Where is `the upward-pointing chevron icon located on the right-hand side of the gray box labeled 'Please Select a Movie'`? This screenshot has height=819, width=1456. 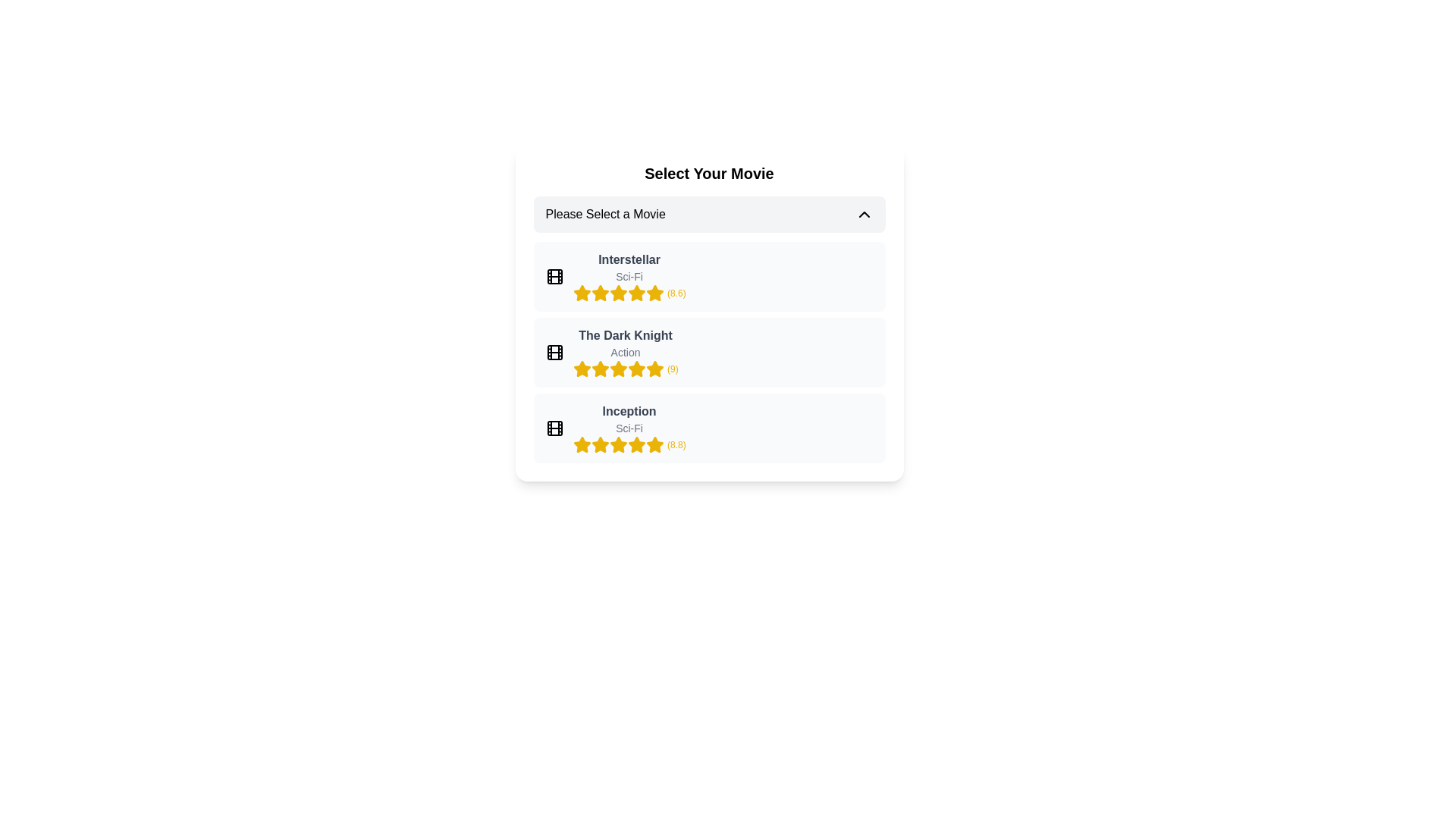 the upward-pointing chevron icon located on the right-hand side of the gray box labeled 'Please Select a Movie' is located at coordinates (864, 214).